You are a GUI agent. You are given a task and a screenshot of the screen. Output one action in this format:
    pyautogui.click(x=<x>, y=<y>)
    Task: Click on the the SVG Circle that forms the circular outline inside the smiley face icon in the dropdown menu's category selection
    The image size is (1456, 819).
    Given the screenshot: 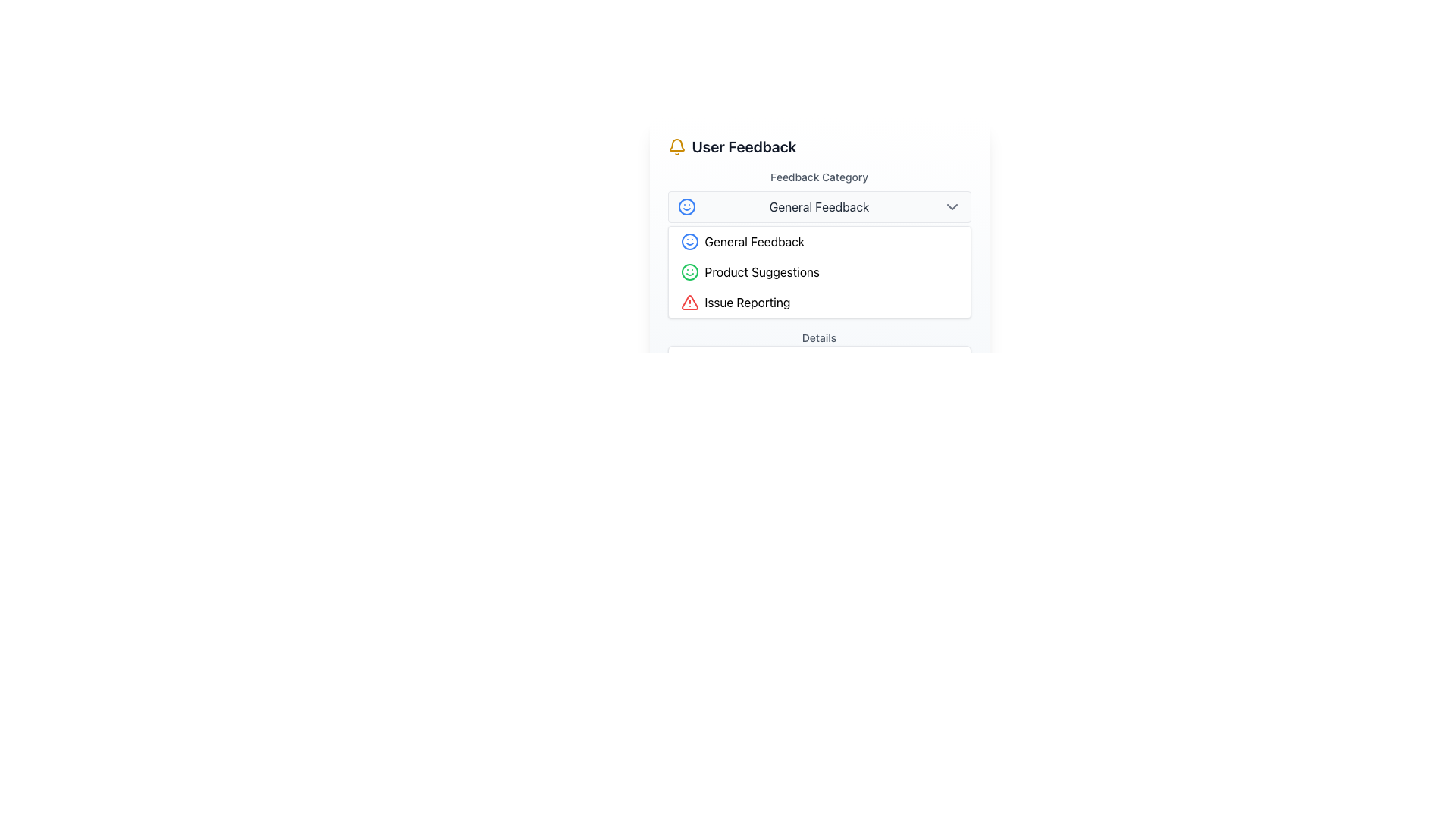 What is the action you would take?
    pyautogui.click(x=686, y=207)
    